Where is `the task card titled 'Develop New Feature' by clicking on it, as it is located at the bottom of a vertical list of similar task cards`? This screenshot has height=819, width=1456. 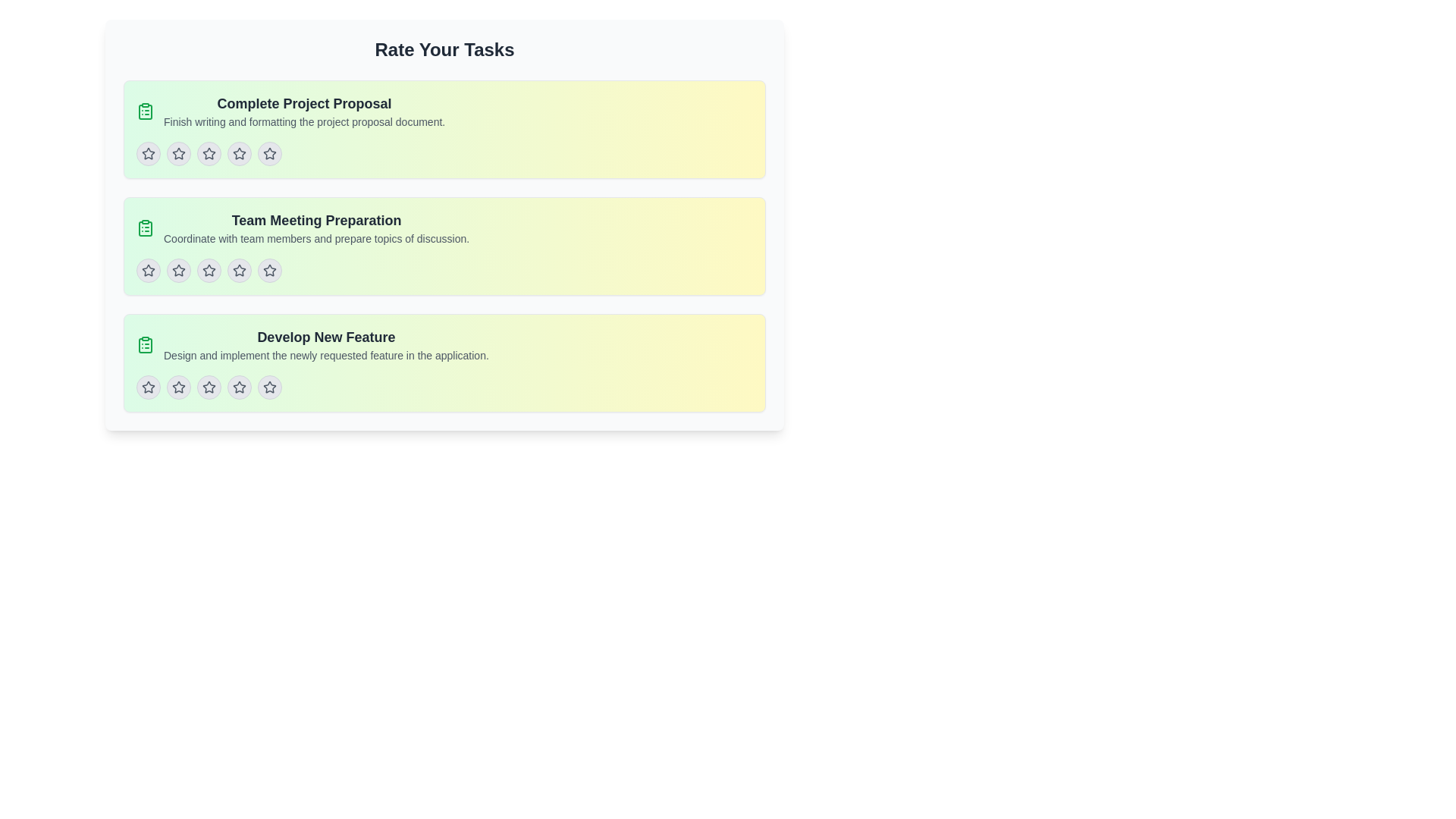 the task card titled 'Develop New Feature' by clicking on it, as it is located at the bottom of a vertical list of similar task cards is located at coordinates (444, 362).